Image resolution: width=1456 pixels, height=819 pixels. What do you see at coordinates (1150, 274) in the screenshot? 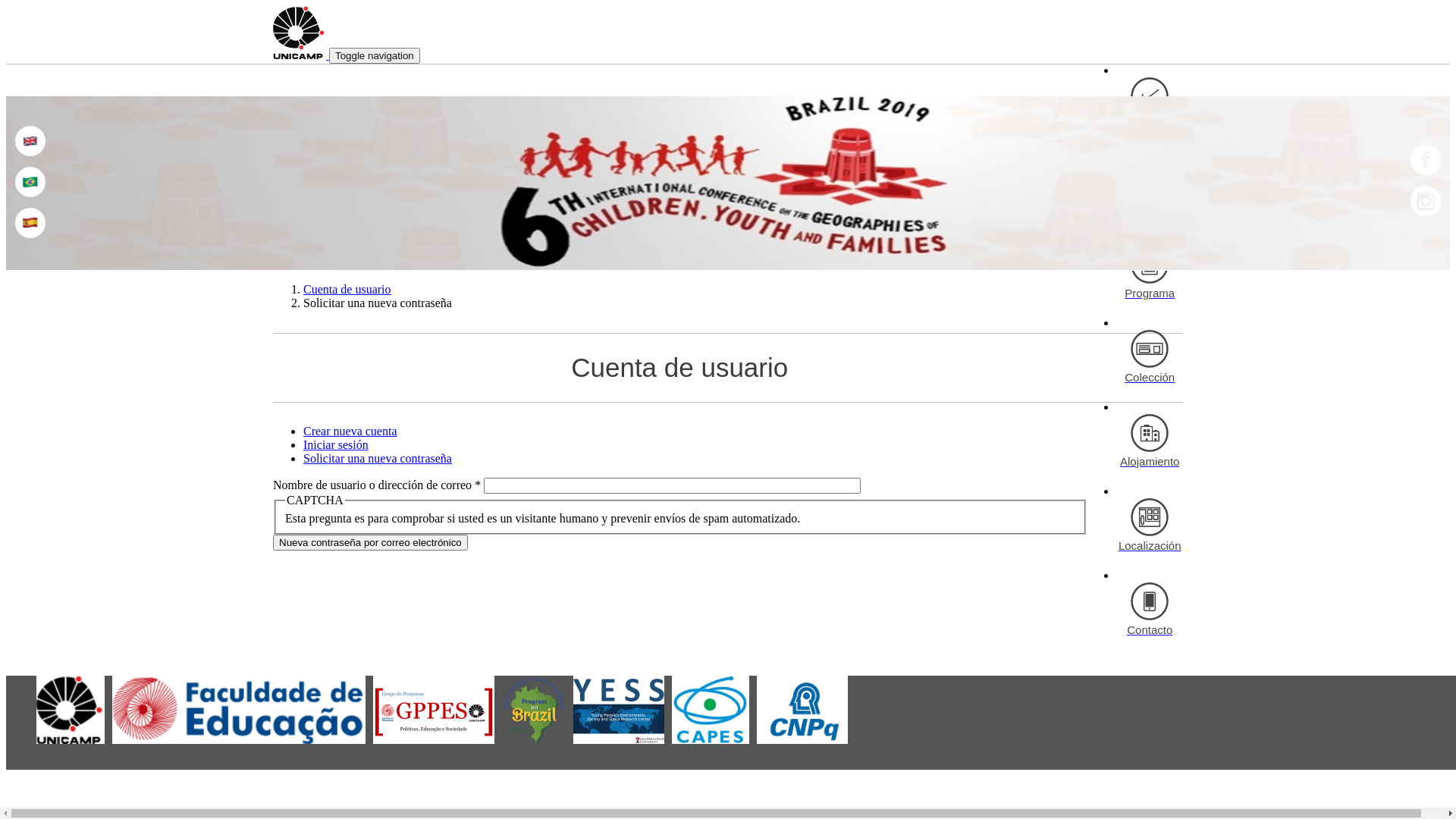
I see `'Programa'` at bounding box center [1150, 274].